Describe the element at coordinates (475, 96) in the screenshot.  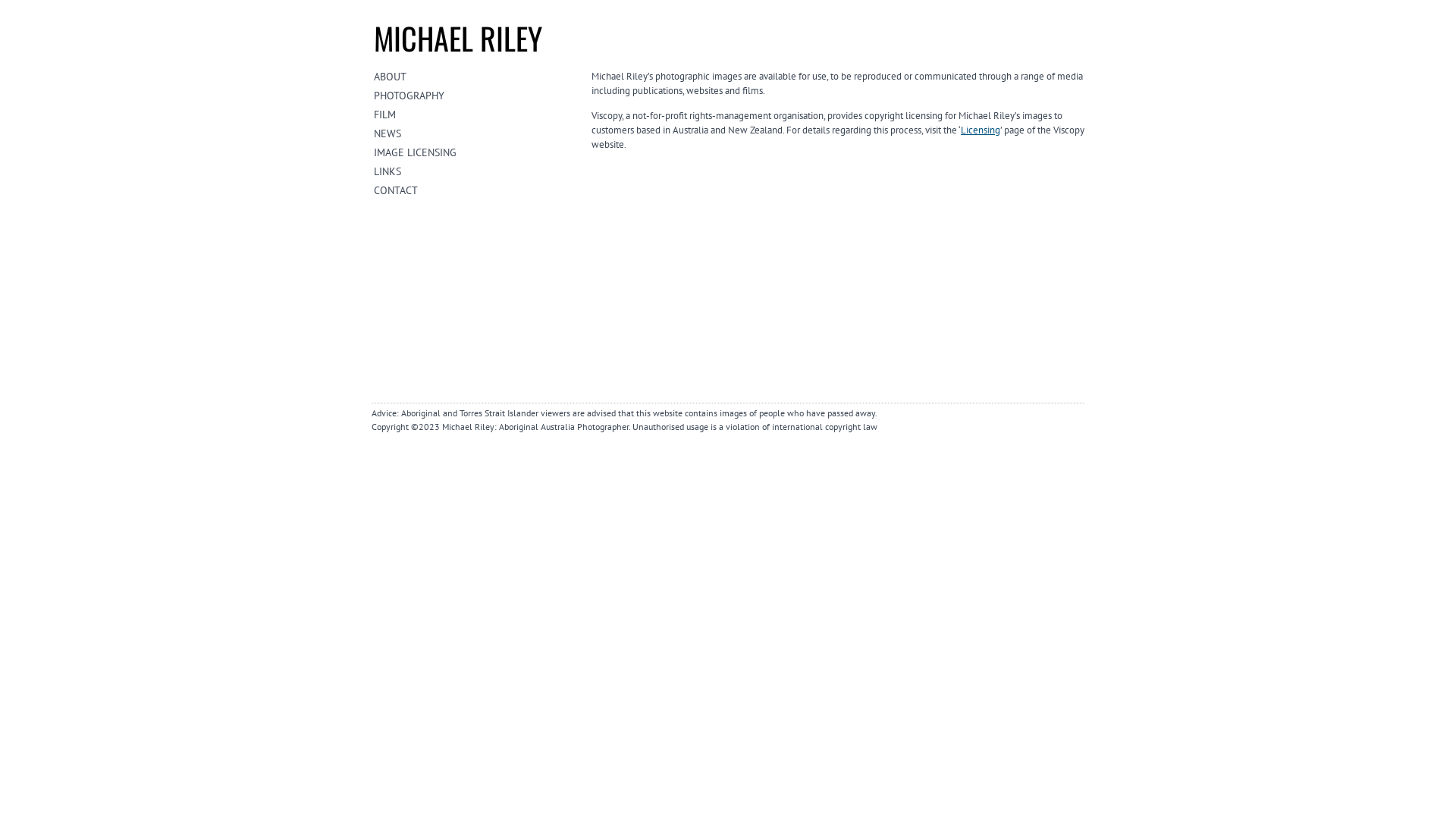
I see `'PHOTOGRAPHY'` at that location.